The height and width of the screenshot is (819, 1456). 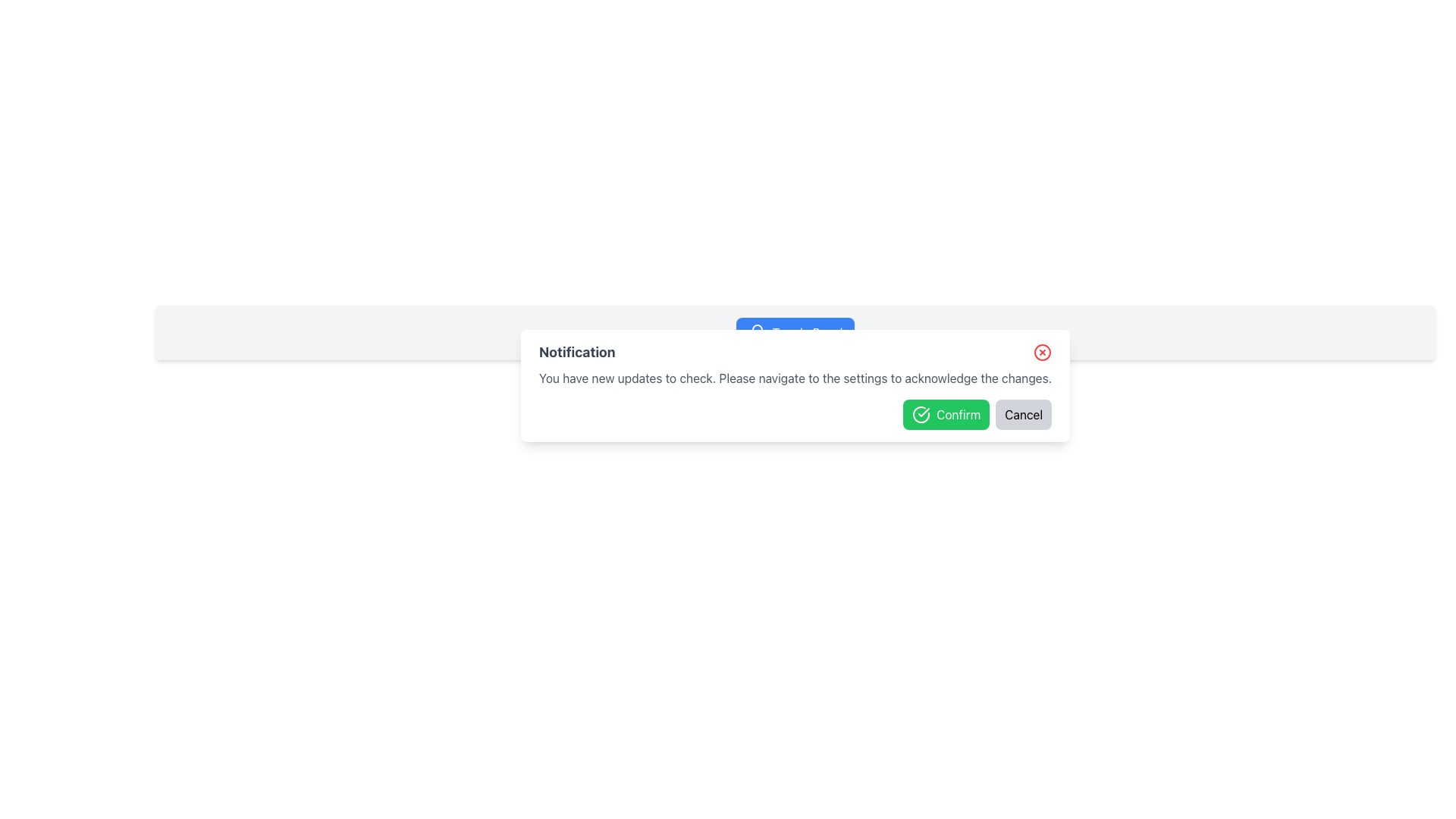 I want to click on the confirmation button located in the bottom-right section of the modal to observe style changes, so click(x=946, y=415).